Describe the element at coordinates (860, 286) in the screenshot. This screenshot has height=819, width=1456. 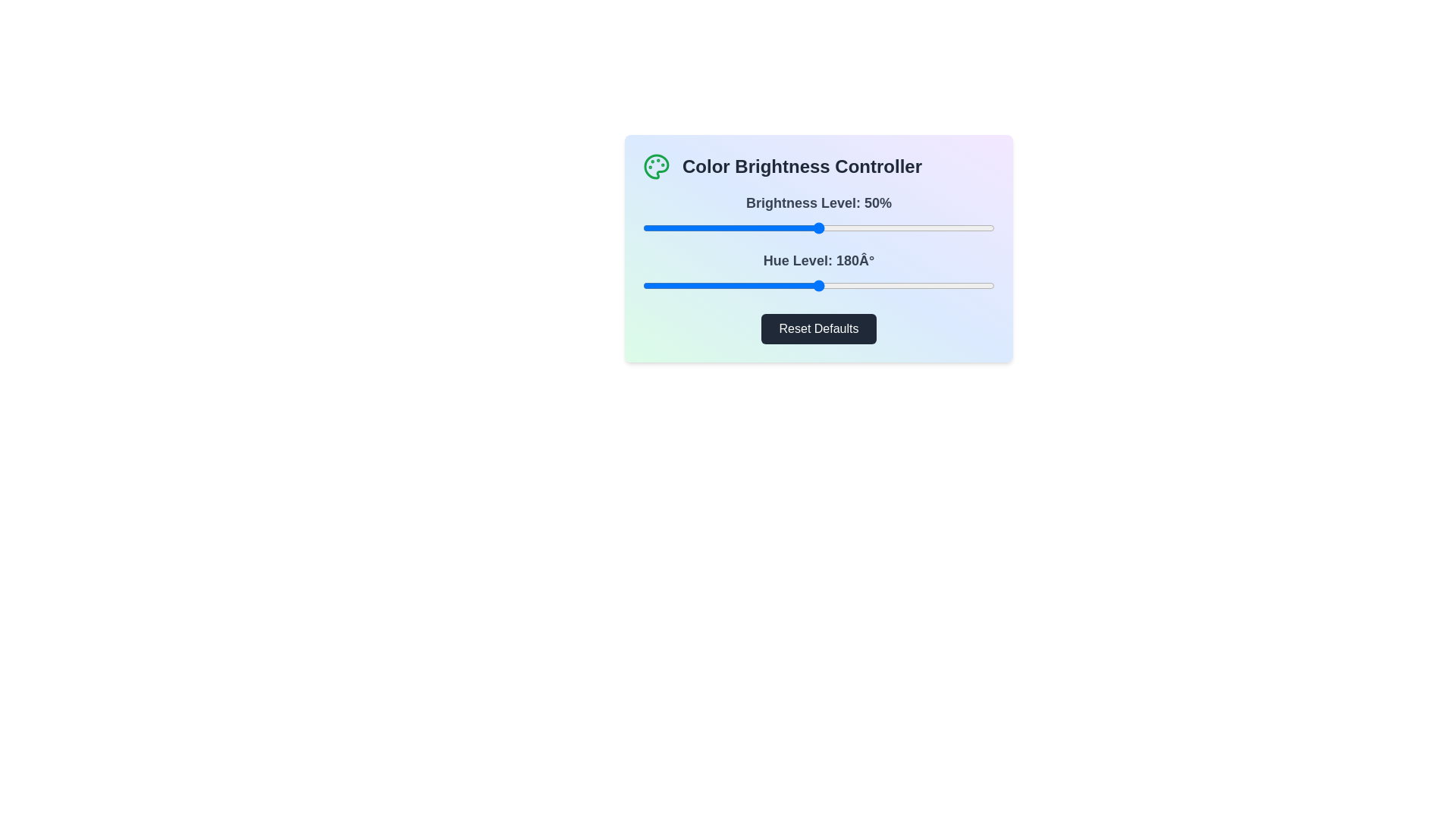
I see `the hue level to 222° by interacting with the hue slider` at that location.